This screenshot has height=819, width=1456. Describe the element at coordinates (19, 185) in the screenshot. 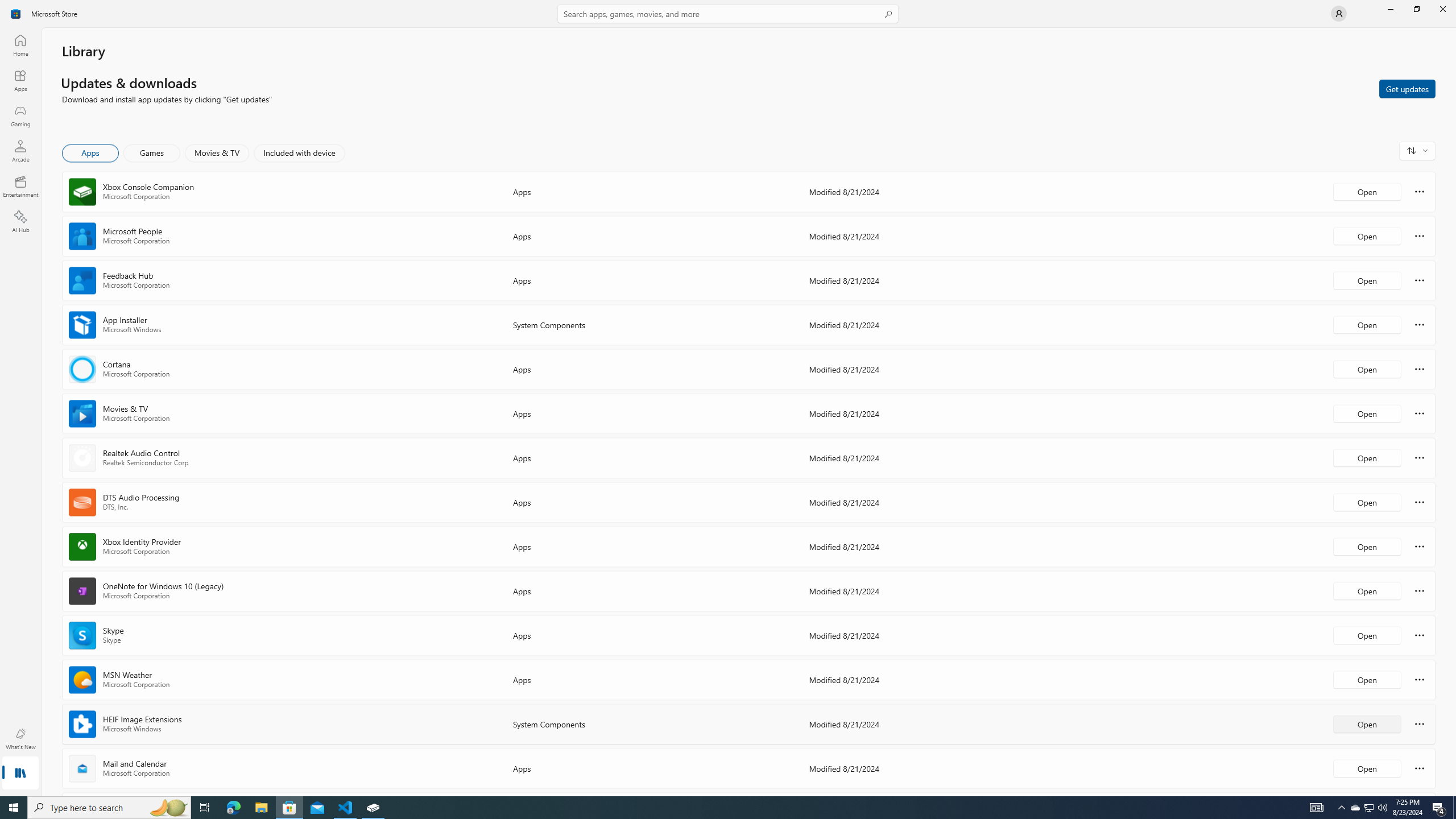

I see `'Entertainment'` at that location.